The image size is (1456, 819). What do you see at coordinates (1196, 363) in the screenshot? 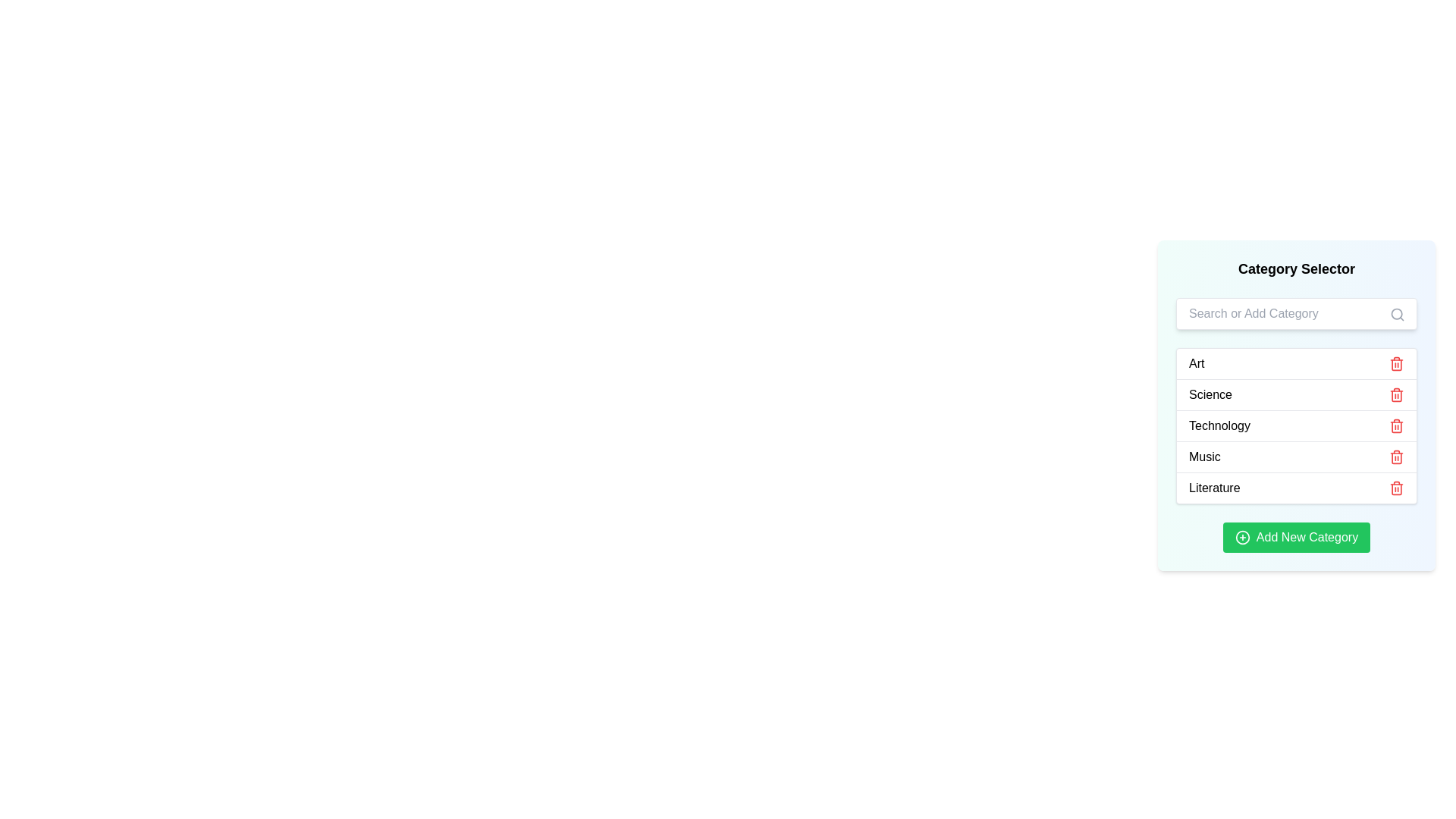
I see `the 'Art' label in the sidebar's category list, located near the top-left corner of its row, adjacent to the delete icon` at bounding box center [1196, 363].